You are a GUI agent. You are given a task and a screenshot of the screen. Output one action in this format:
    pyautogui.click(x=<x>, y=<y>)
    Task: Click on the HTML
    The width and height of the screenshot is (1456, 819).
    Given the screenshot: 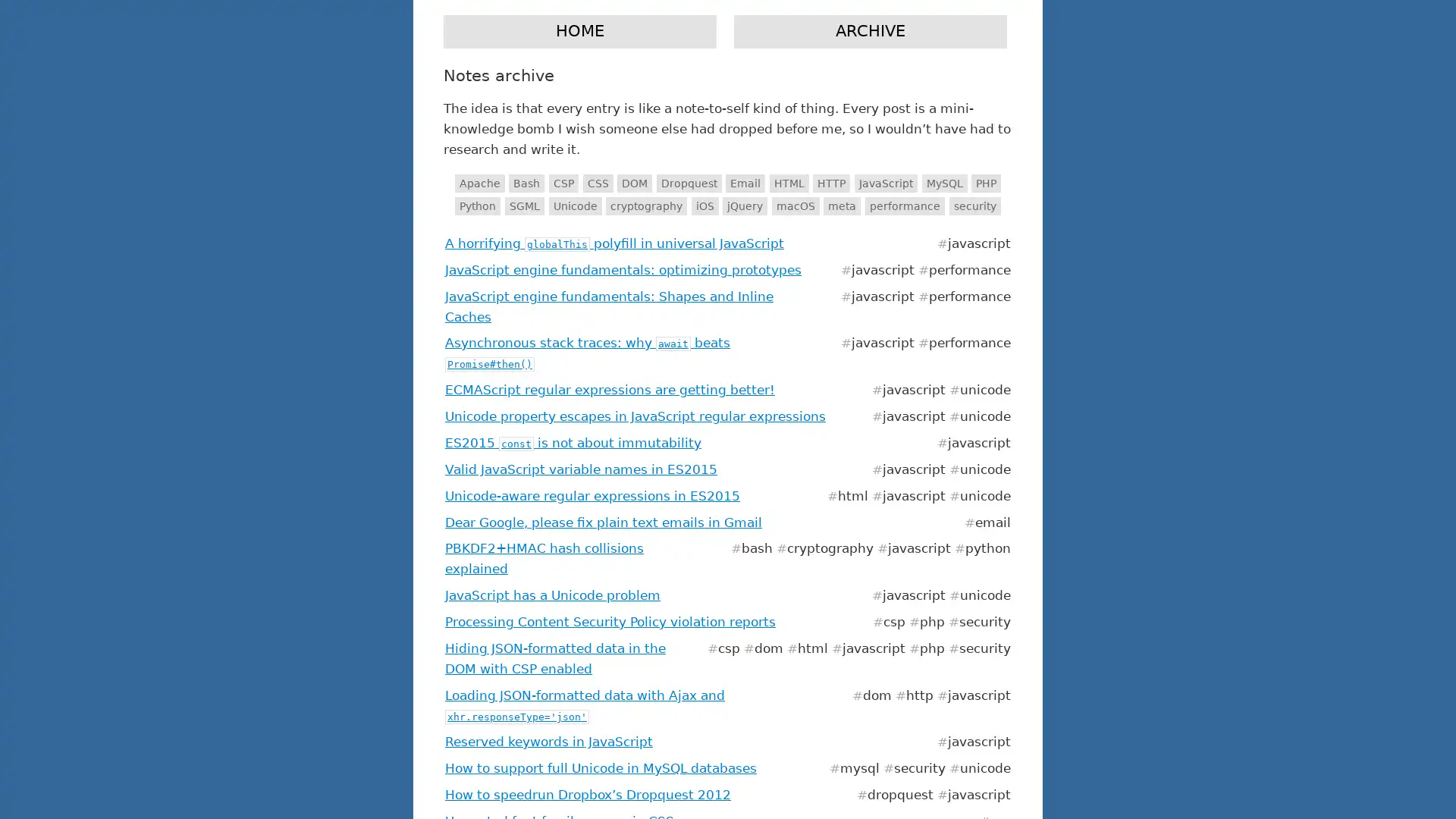 What is the action you would take?
    pyautogui.click(x=789, y=183)
    